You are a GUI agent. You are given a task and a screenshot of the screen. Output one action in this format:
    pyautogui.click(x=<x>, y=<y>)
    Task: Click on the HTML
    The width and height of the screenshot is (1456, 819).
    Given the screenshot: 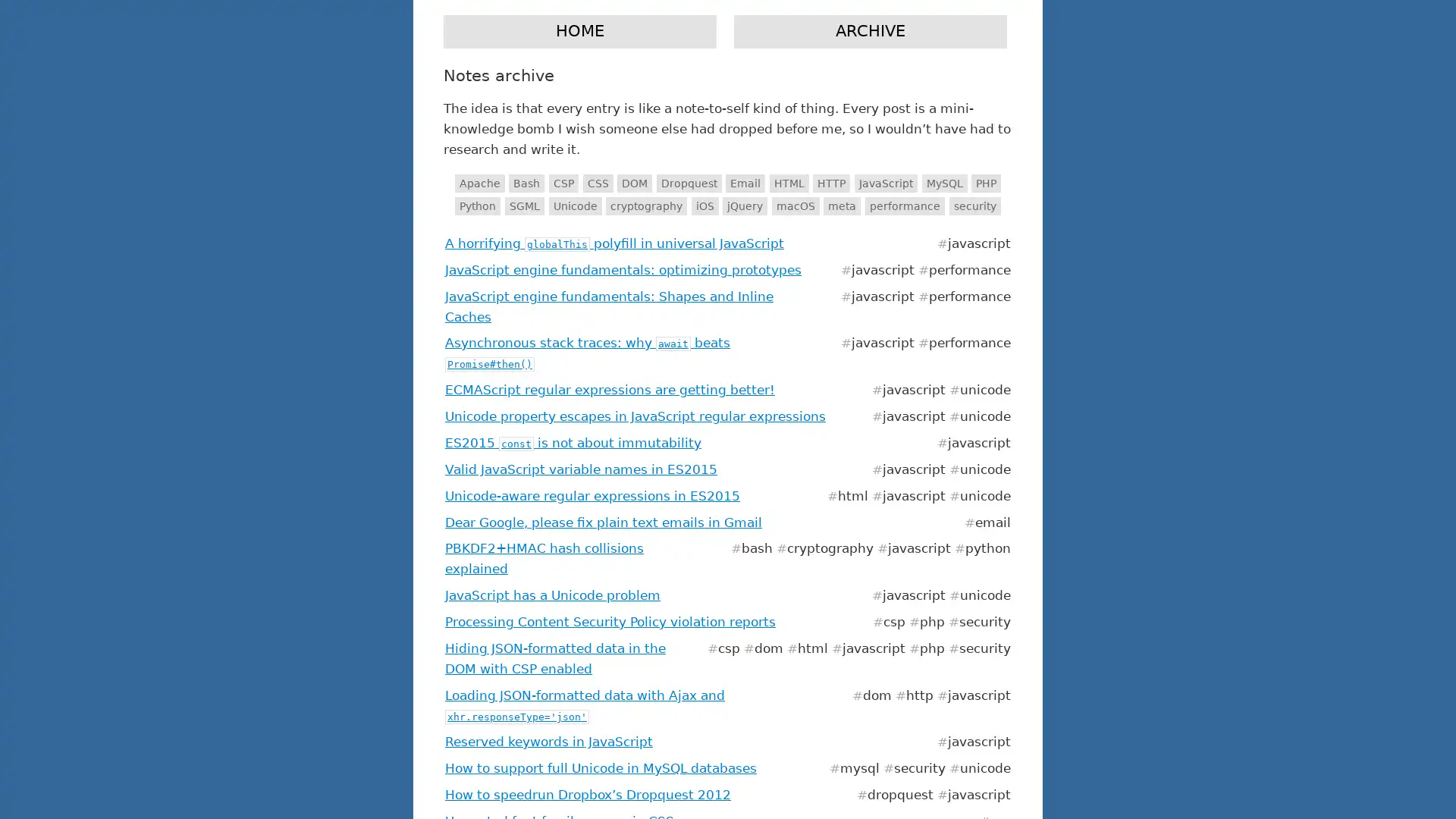 What is the action you would take?
    pyautogui.click(x=789, y=183)
    